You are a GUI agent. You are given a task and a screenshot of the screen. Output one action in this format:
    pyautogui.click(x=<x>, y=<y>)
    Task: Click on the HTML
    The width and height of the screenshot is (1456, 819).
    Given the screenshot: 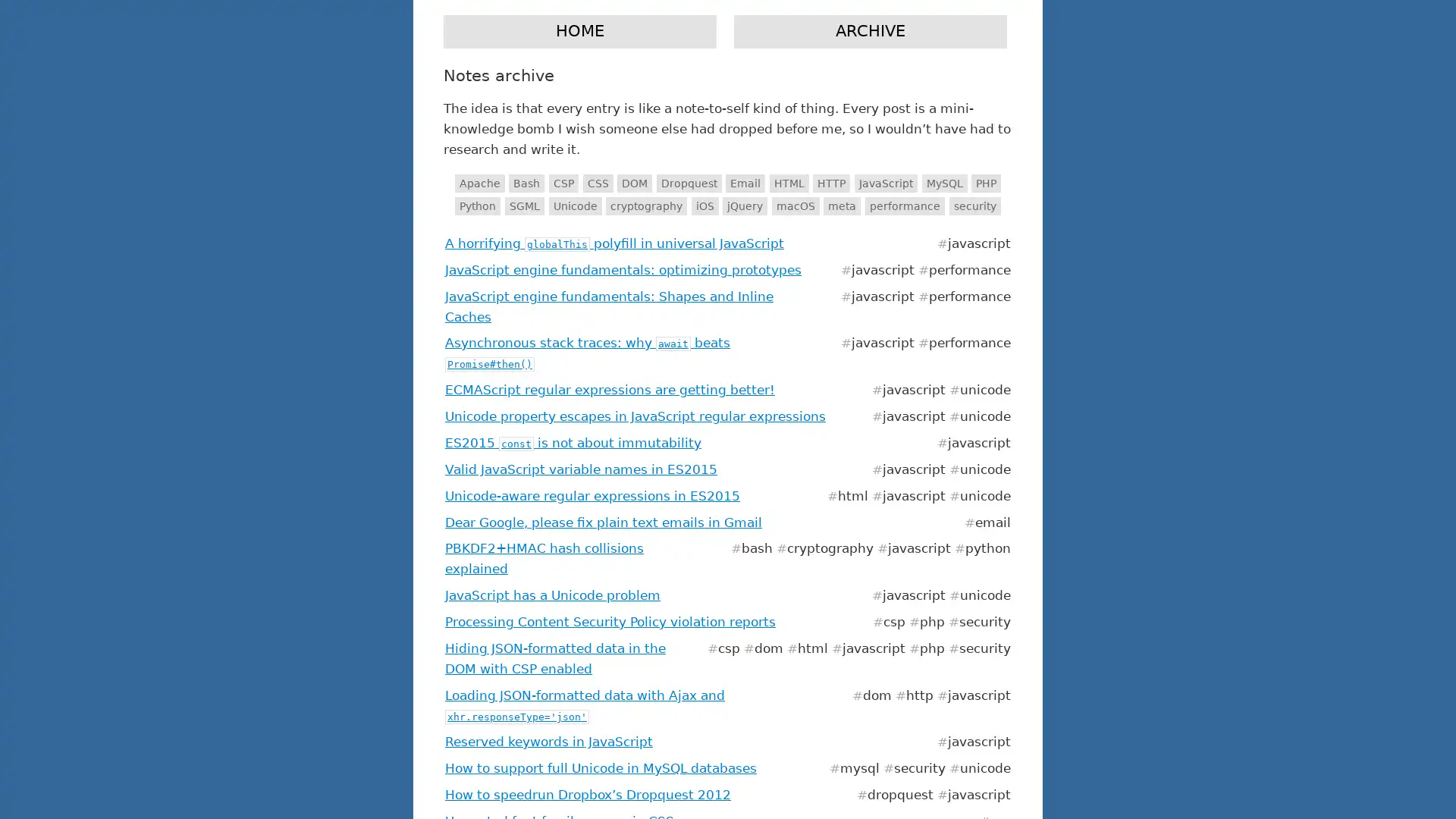 What is the action you would take?
    pyautogui.click(x=789, y=183)
    